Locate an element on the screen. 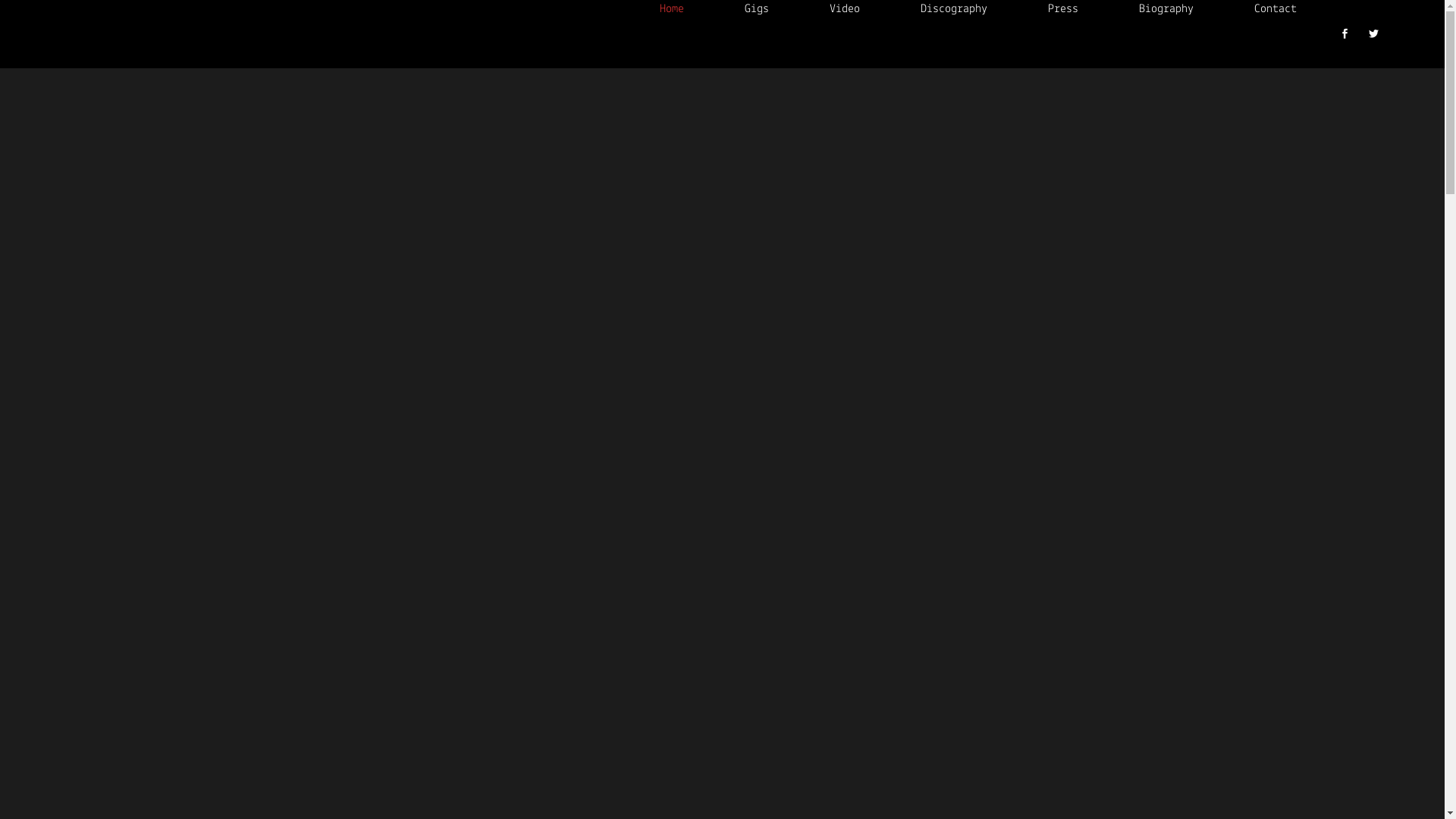 This screenshot has height=819, width=1456. 'Discography' is located at coordinates (890, 8).